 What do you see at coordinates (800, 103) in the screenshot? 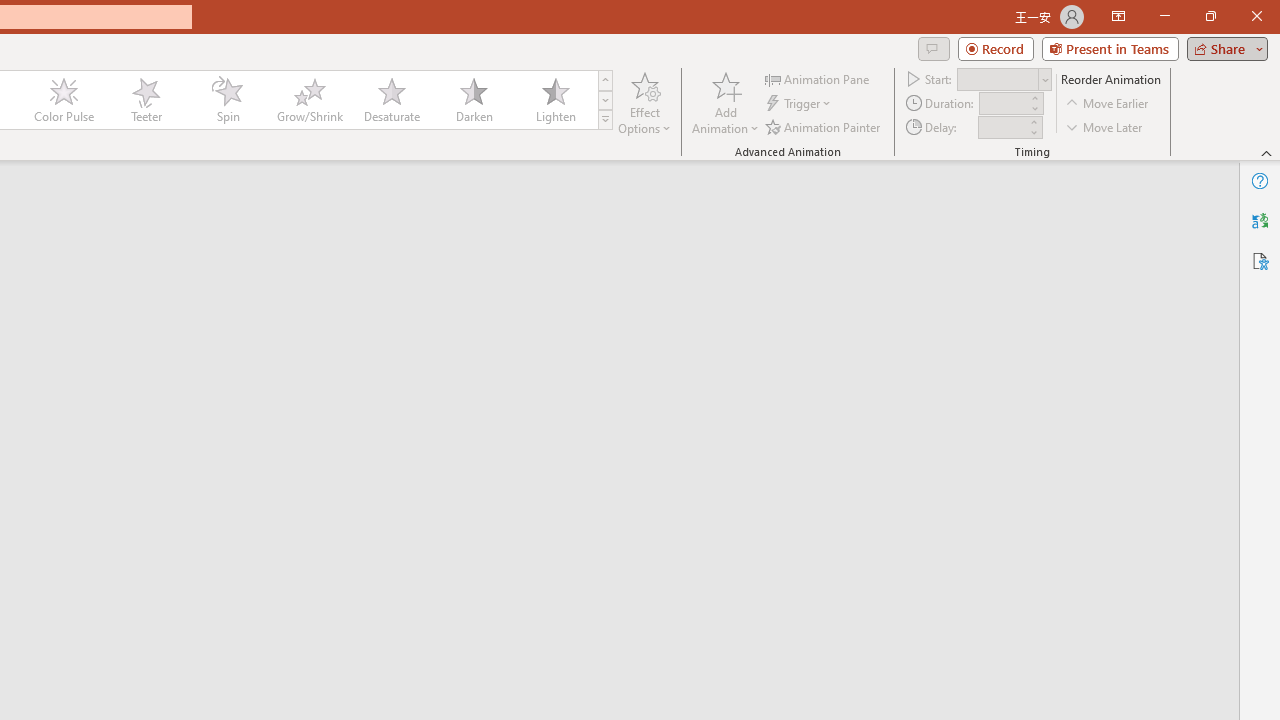
I see `'Trigger'` at bounding box center [800, 103].